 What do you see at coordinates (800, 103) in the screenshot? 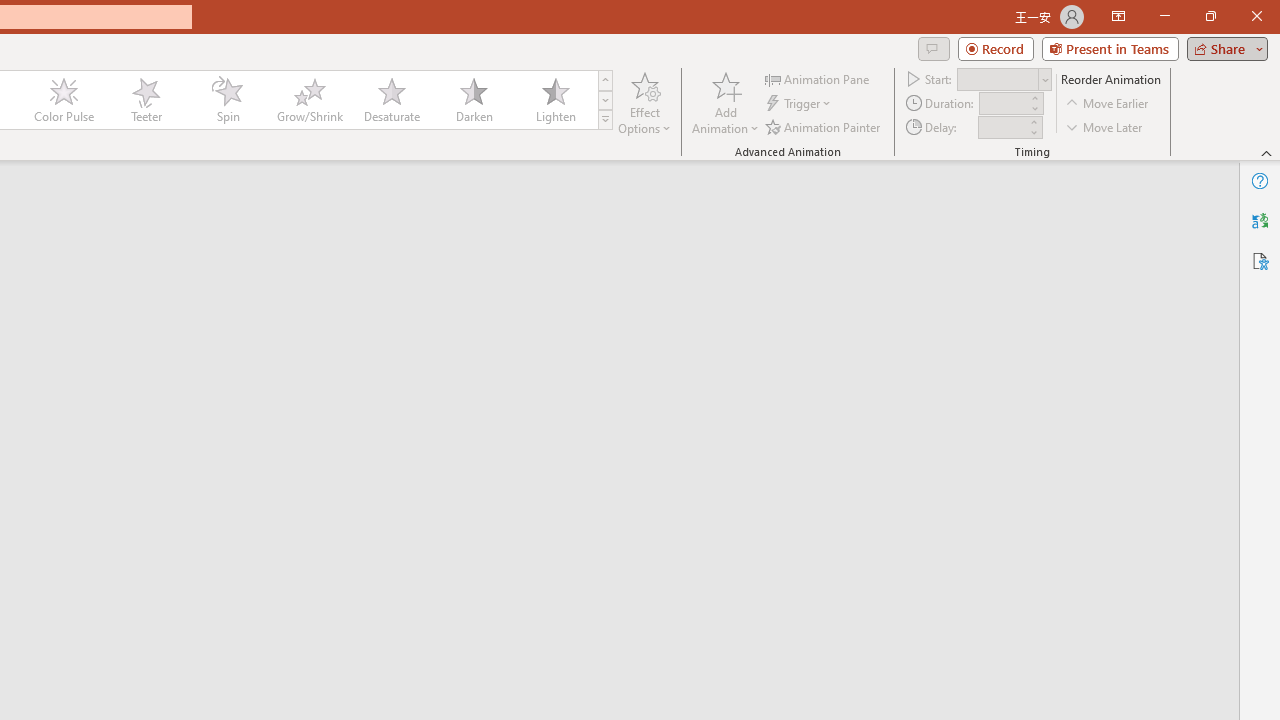
I see `'Trigger'` at bounding box center [800, 103].